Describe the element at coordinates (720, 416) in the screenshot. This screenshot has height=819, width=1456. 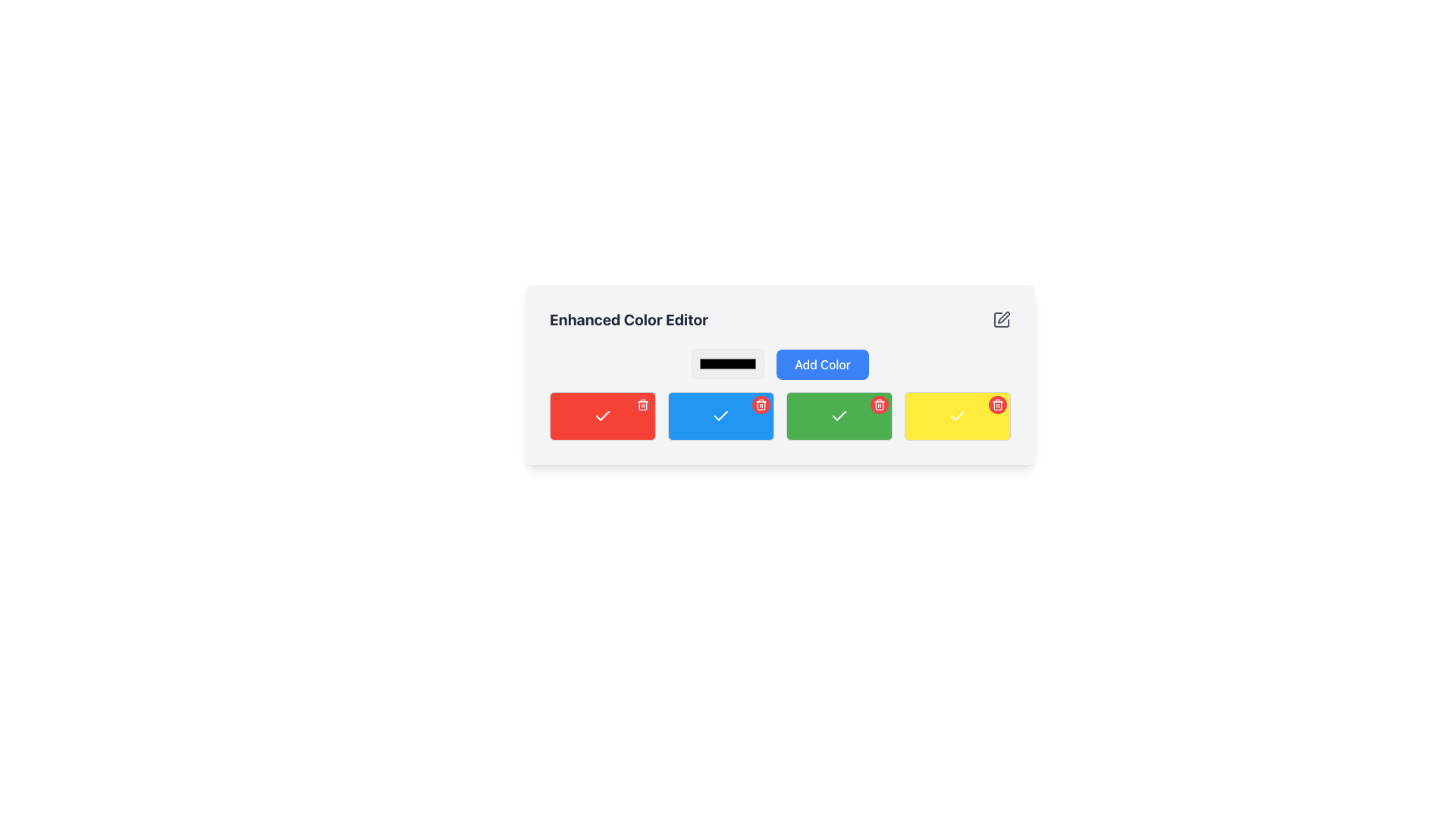
I see `the blue button containing the checkmark icon, which serves as a visual confirmation indicator for approval or selection` at that location.